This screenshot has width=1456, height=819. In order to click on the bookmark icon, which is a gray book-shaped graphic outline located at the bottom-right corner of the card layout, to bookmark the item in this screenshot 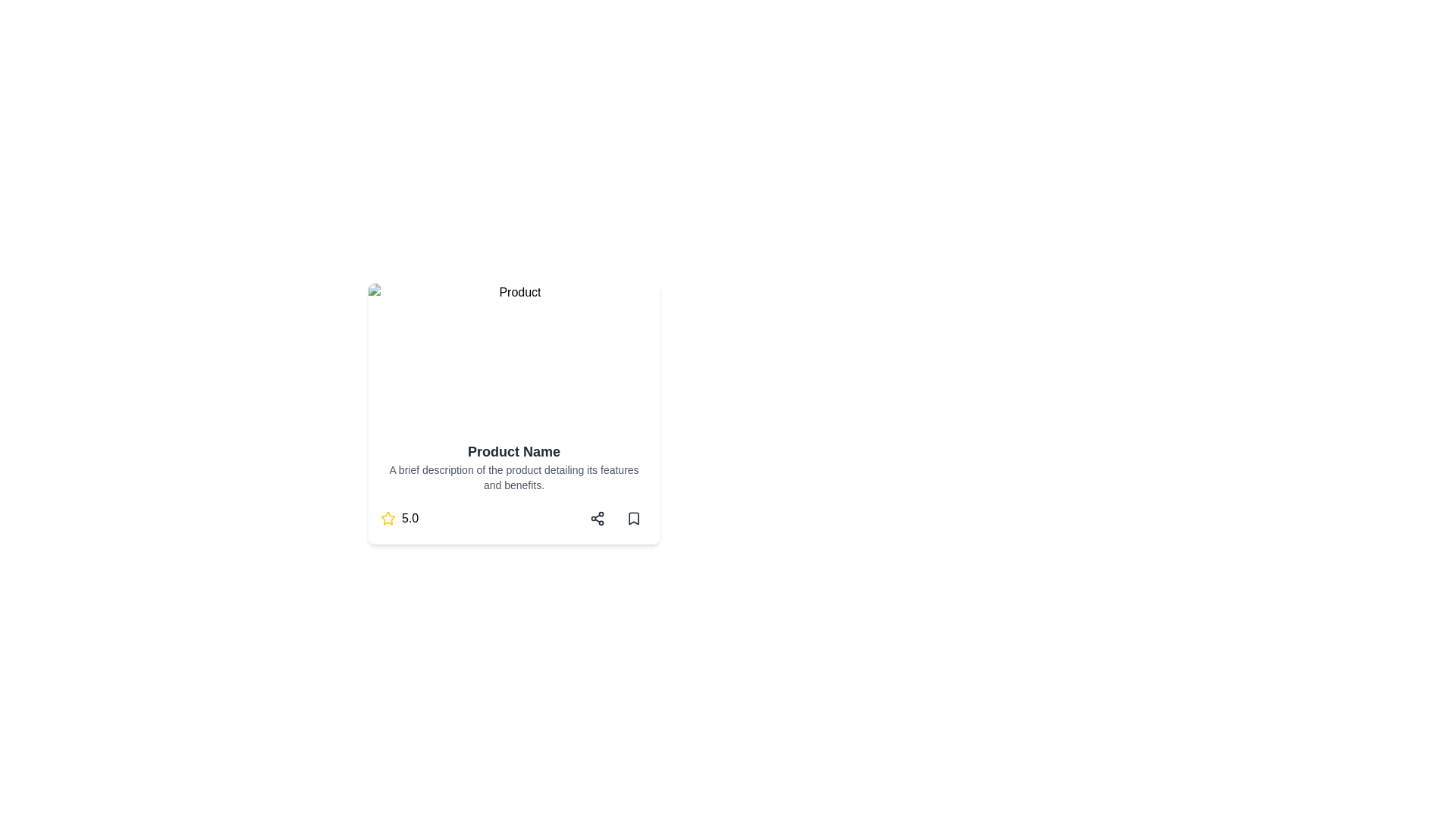, I will do `click(633, 517)`.